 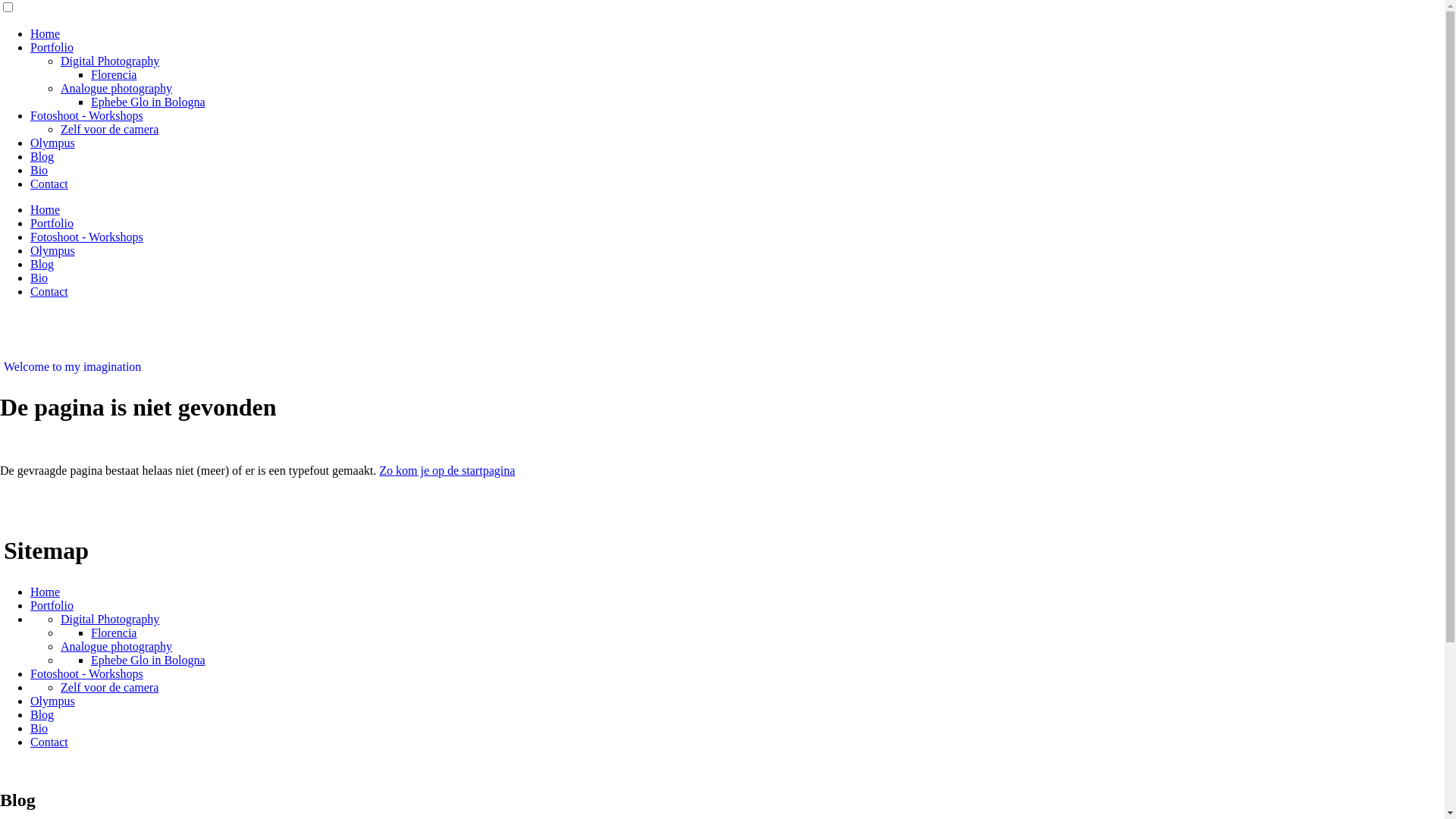 What do you see at coordinates (90, 74) in the screenshot?
I see `'Florencia'` at bounding box center [90, 74].